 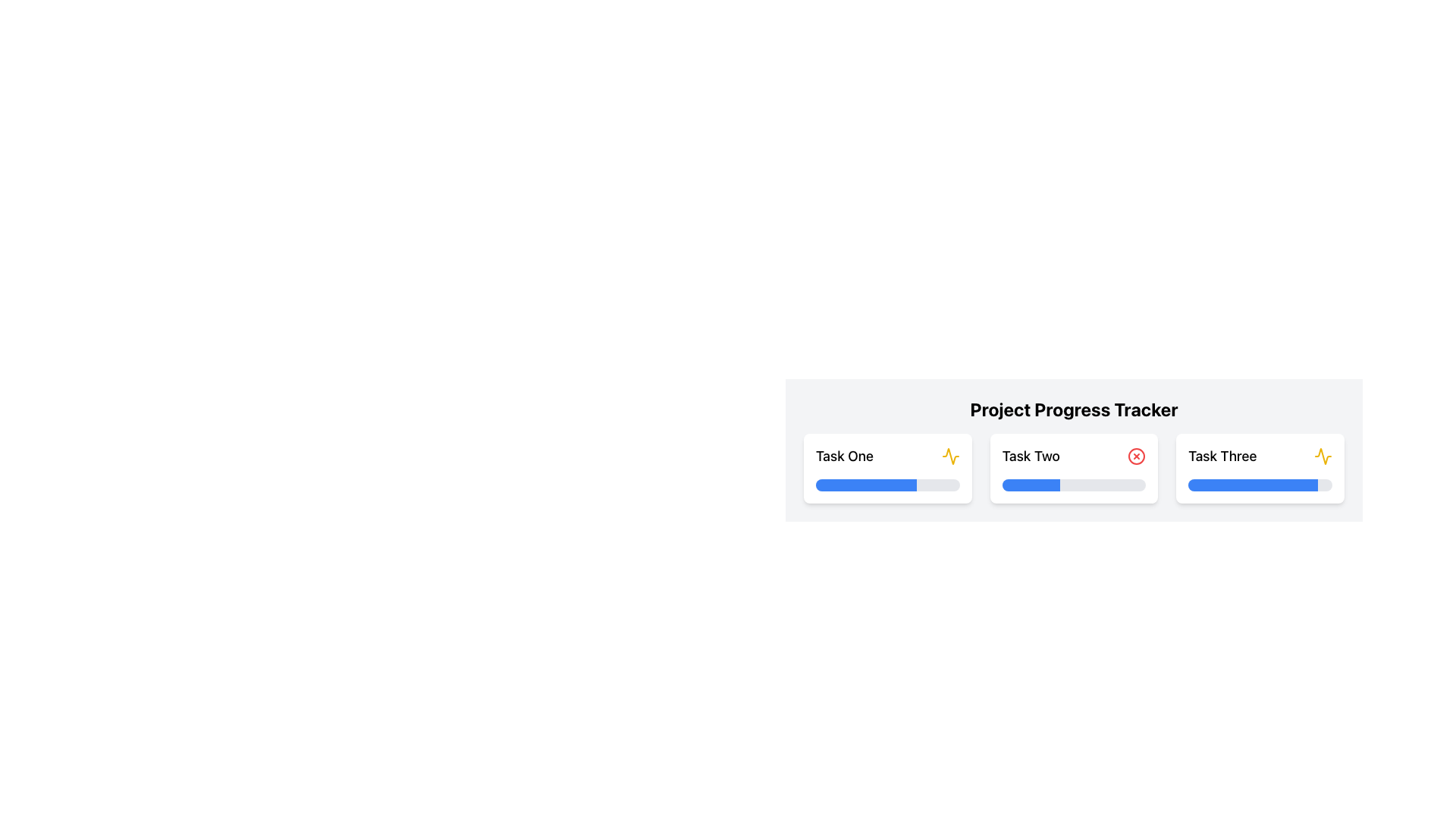 What do you see at coordinates (1260, 467) in the screenshot?
I see `the card displaying the status and progress of 'Task Three', which is located in the third position in a horizontal grid of three cards` at bounding box center [1260, 467].